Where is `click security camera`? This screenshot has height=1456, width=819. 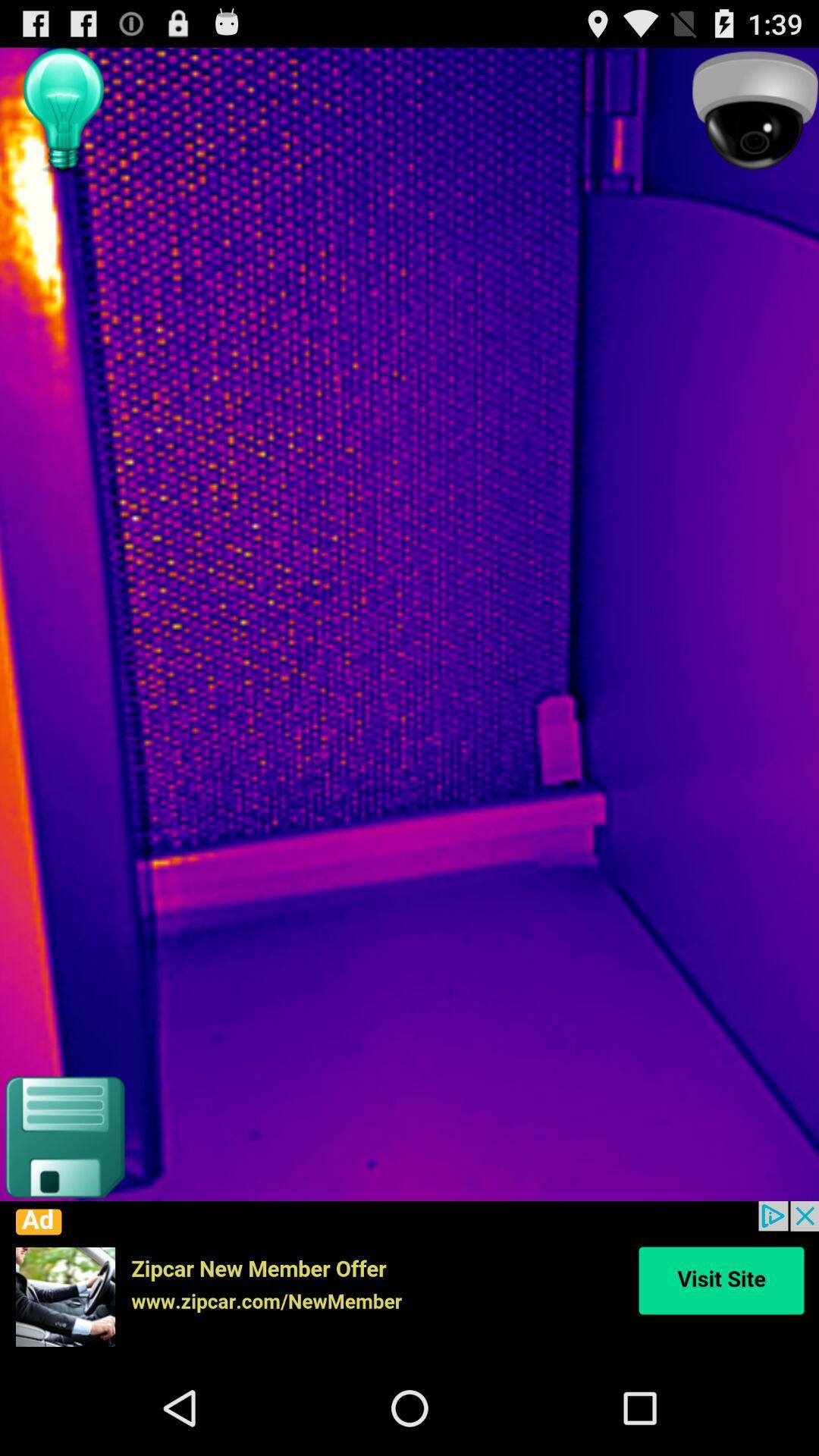 click security camera is located at coordinates (755, 111).